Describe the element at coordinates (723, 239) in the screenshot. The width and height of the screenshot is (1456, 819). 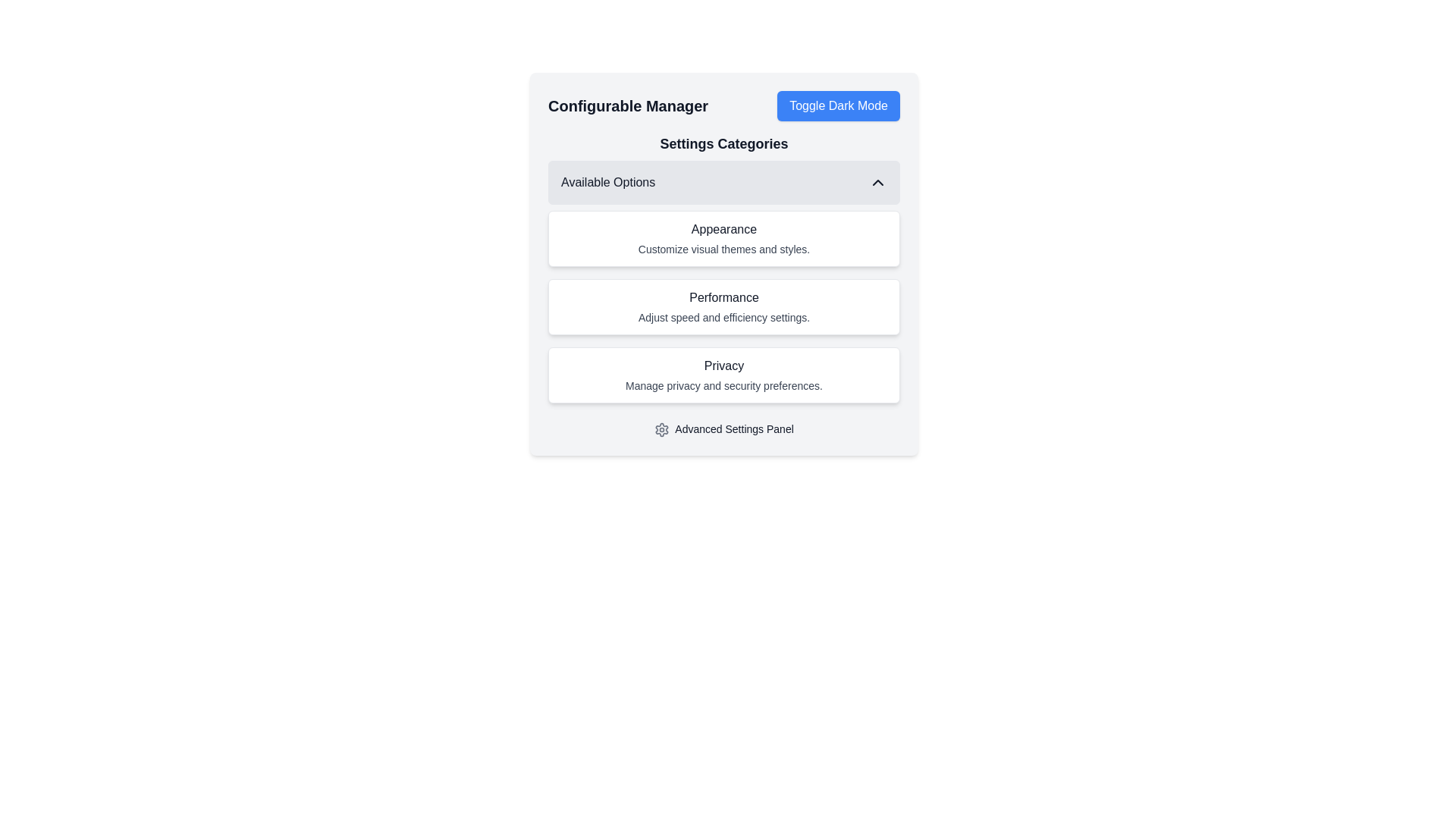
I see `the 'Appearance' settings category header, which is the first section under the 'Settings Categories' heading` at that location.